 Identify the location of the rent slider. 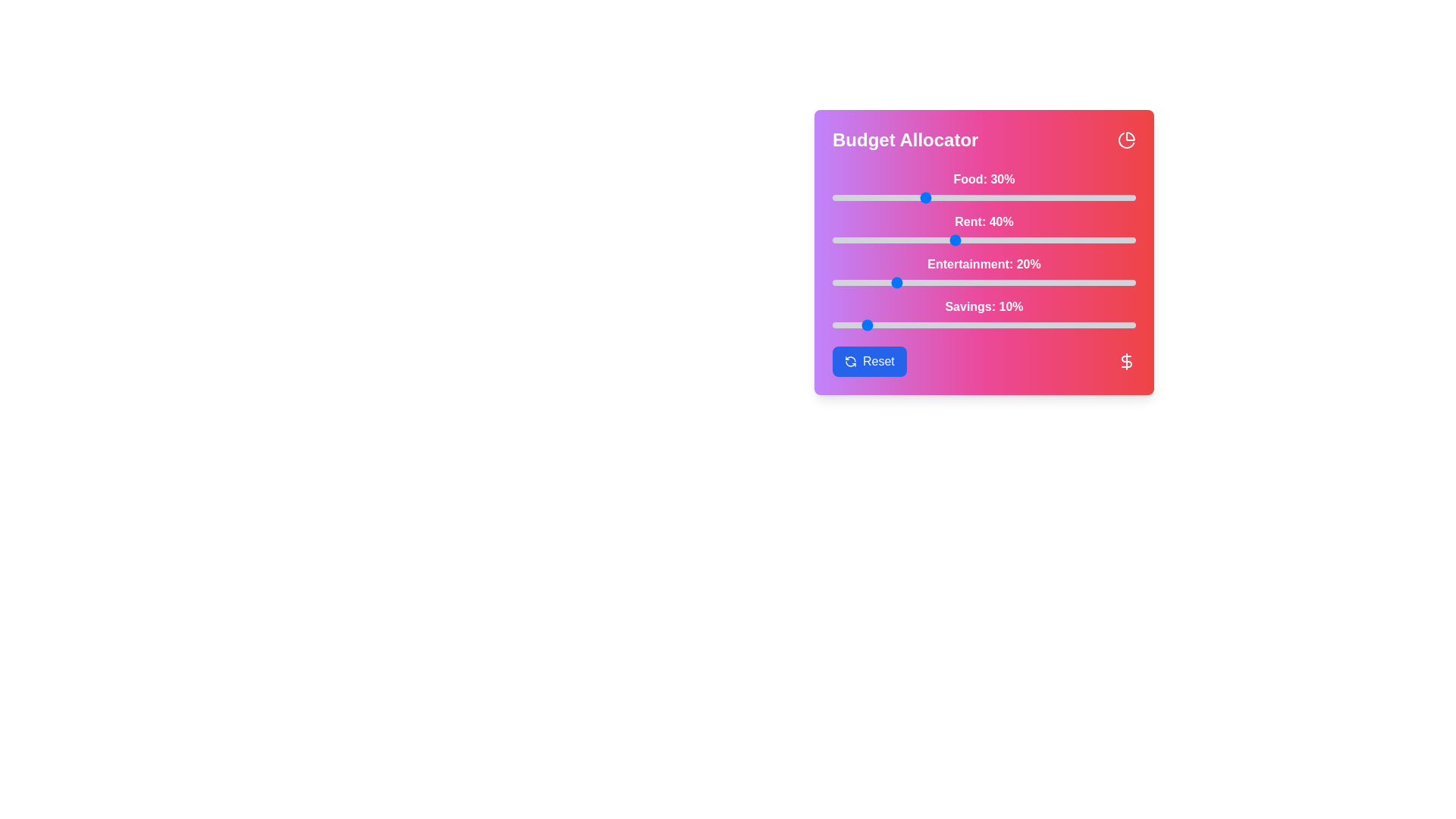
(1080, 239).